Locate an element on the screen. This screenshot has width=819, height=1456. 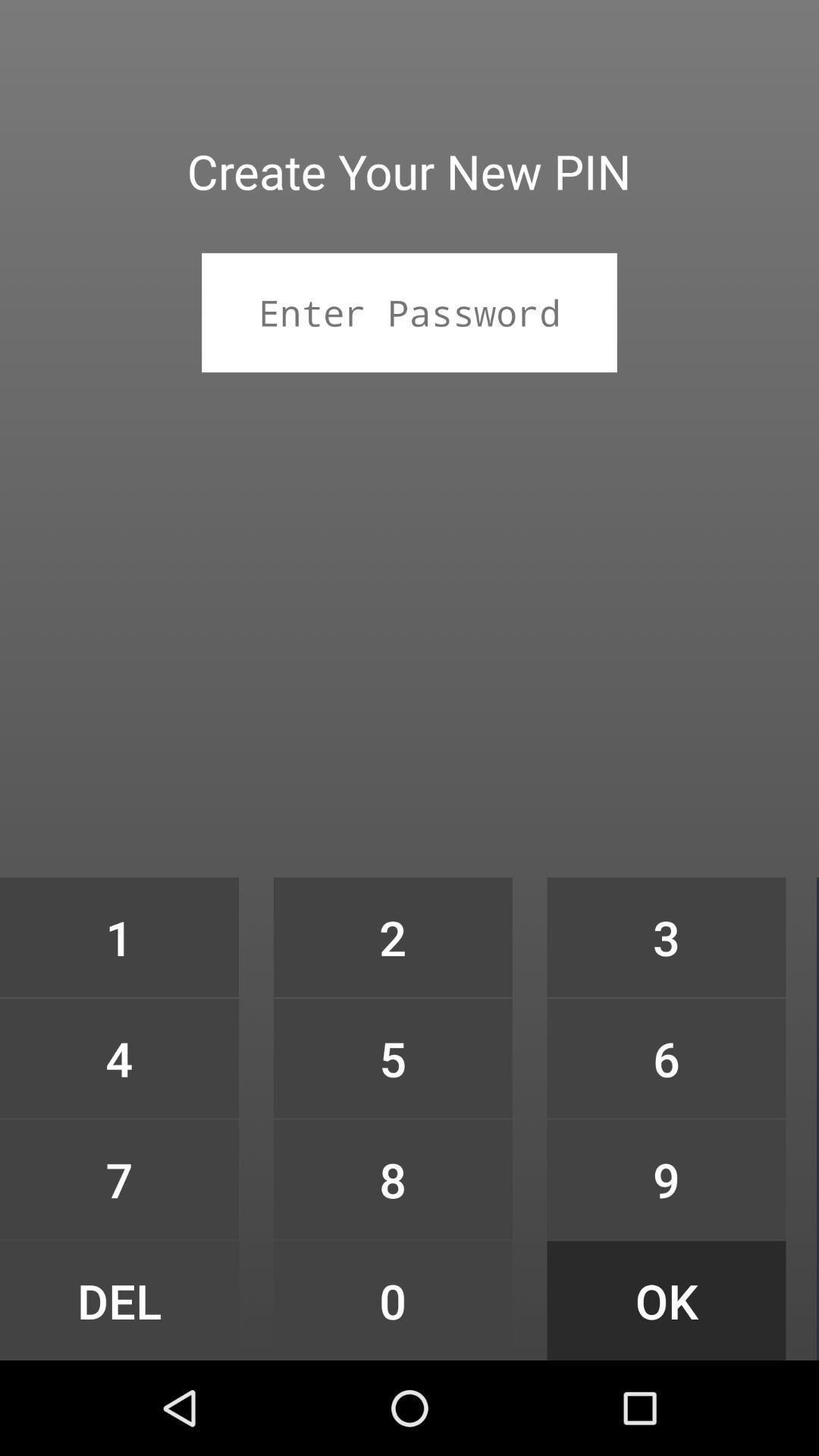
item to the right of the 2 is located at coordinates (666, 937).